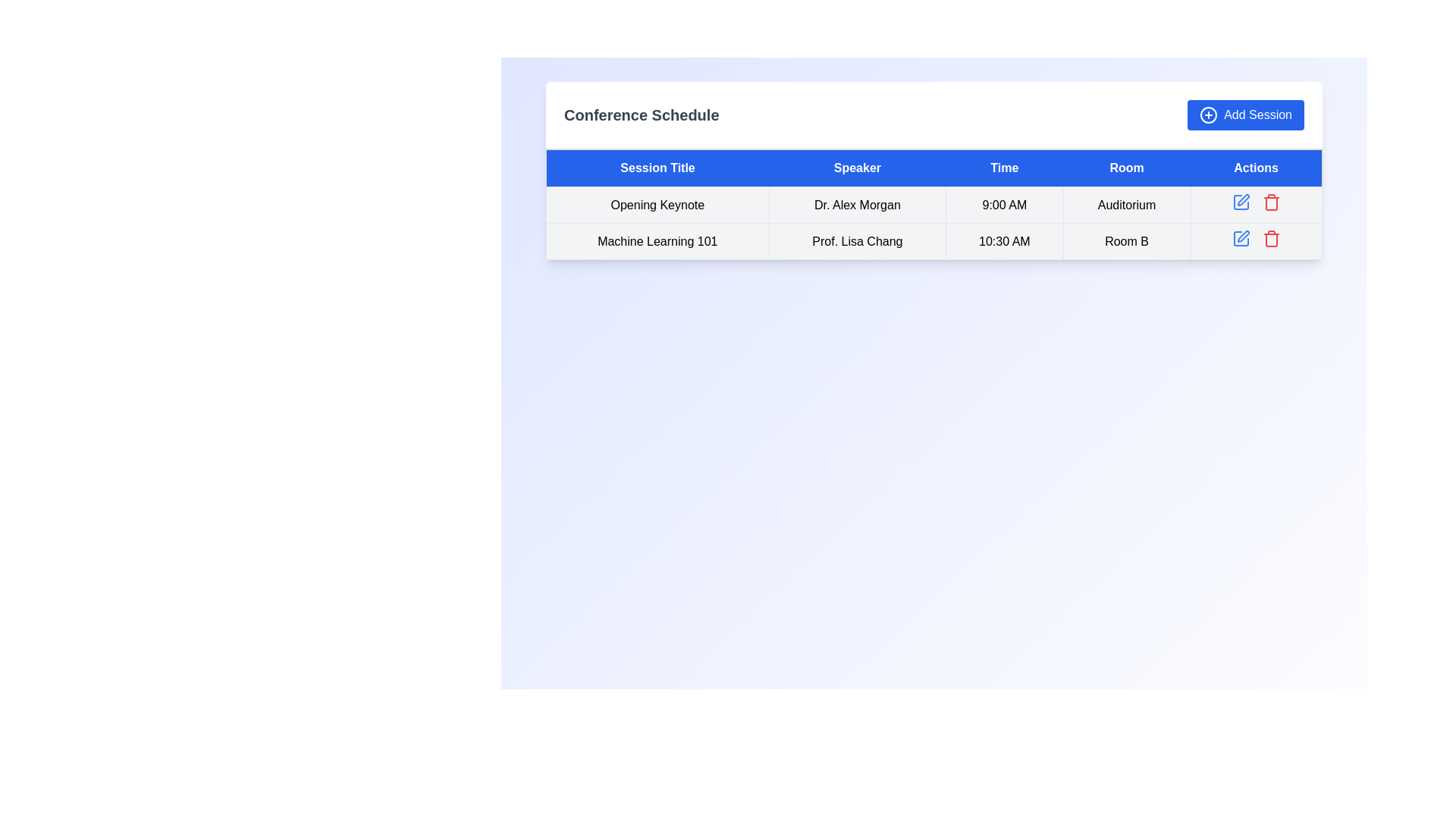 This screenshot has width=1456, height=819. I want to click on the blue edit pen icon located in the Actions column of the first row of the table under the conference schedule section, so click(1241, 201).